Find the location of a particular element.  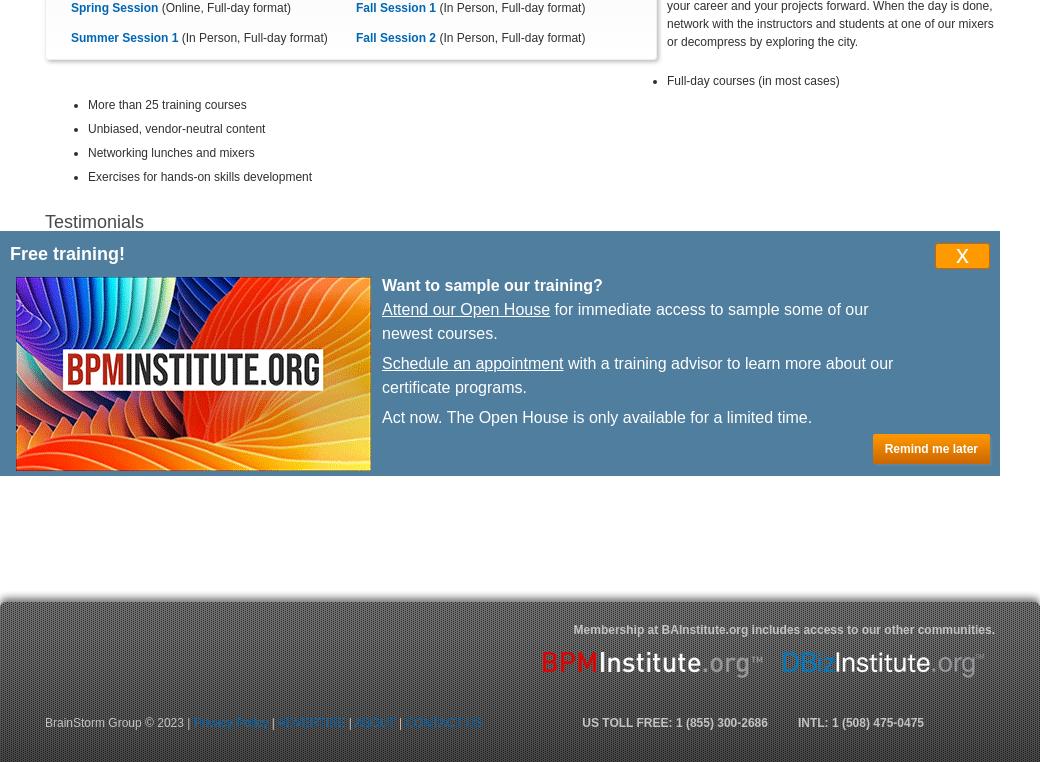

'More than 25 training courses' is located at coordinates (167, 104).